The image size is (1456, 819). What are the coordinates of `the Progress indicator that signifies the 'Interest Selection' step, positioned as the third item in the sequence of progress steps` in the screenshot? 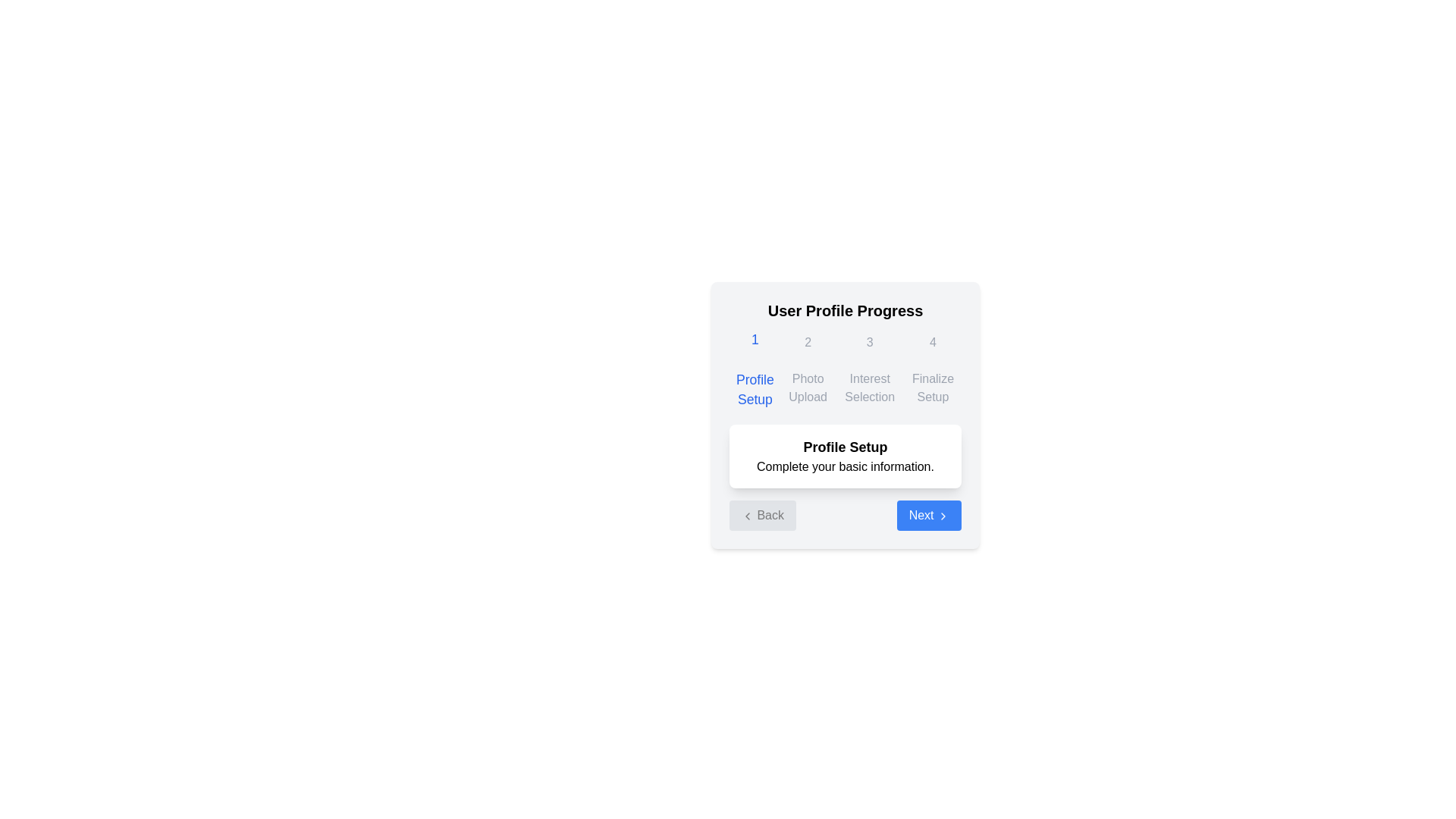 It's located at (870, 348).